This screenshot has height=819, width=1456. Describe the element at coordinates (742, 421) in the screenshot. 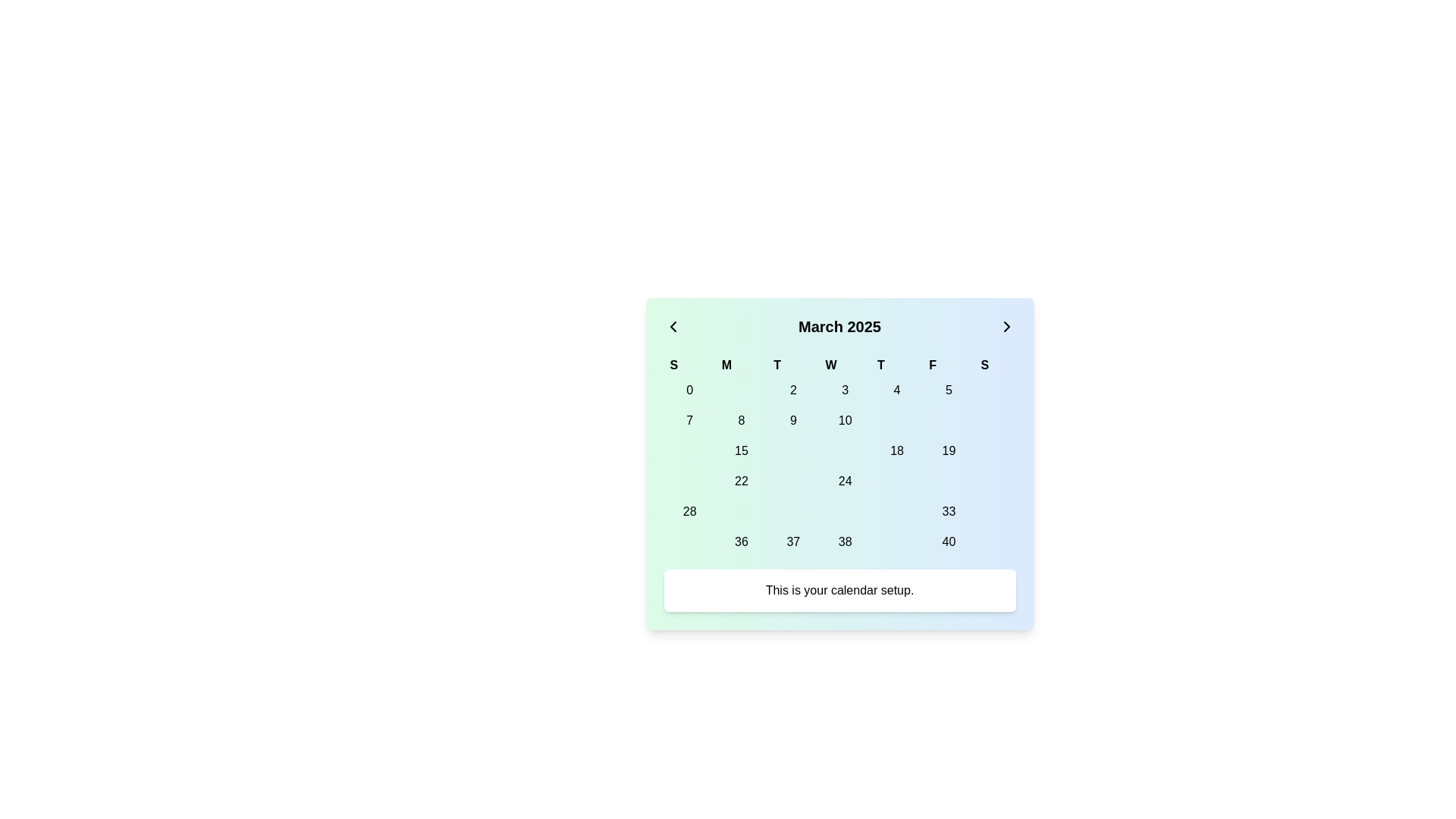

I see `the digit '8' displayed in a plain sans-serif font, which is positioned in the second column of the first row of digits, between '7' and '9'` at that location.